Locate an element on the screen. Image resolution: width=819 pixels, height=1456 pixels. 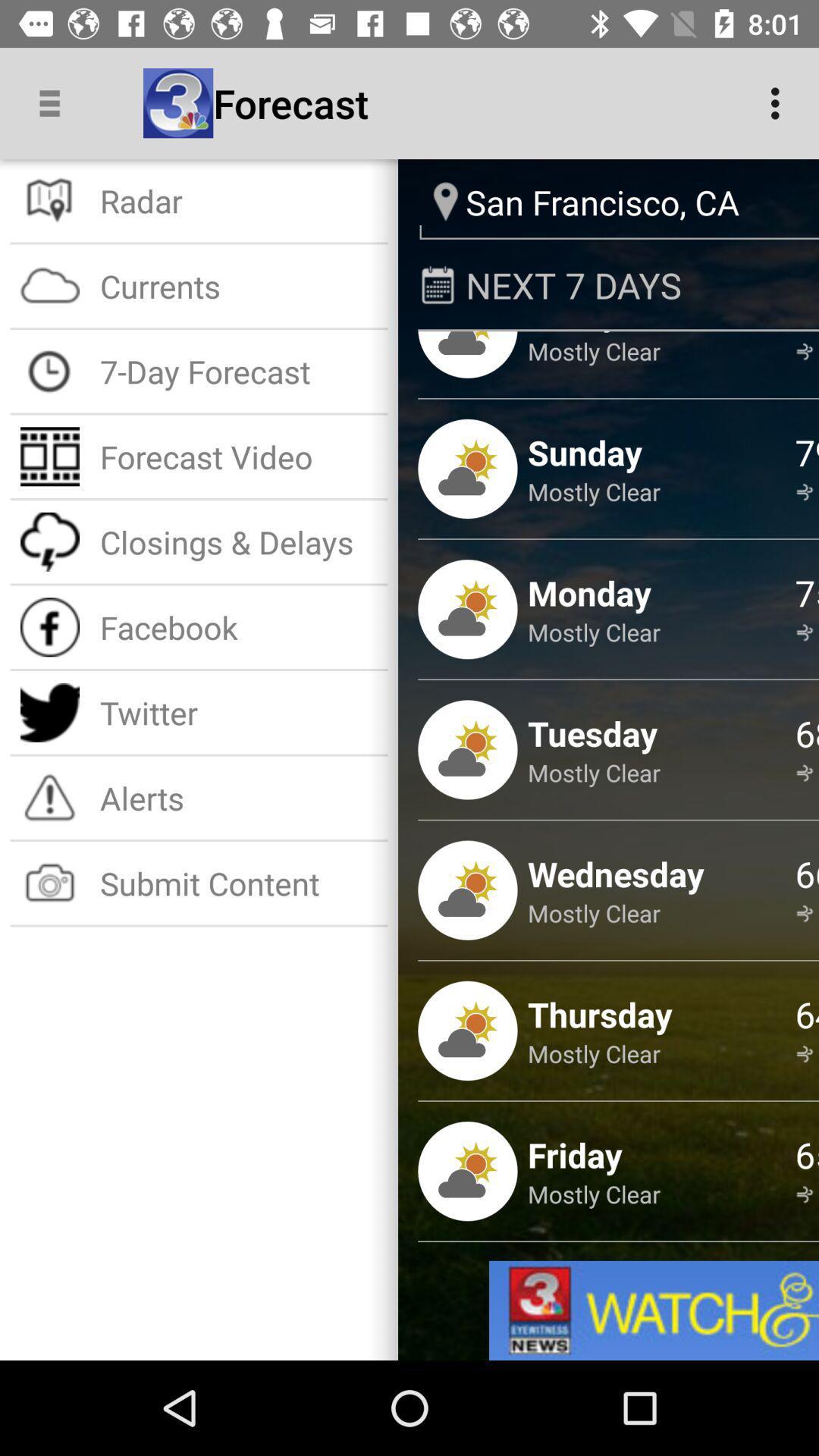
radar is located at coordinates (239, 199).